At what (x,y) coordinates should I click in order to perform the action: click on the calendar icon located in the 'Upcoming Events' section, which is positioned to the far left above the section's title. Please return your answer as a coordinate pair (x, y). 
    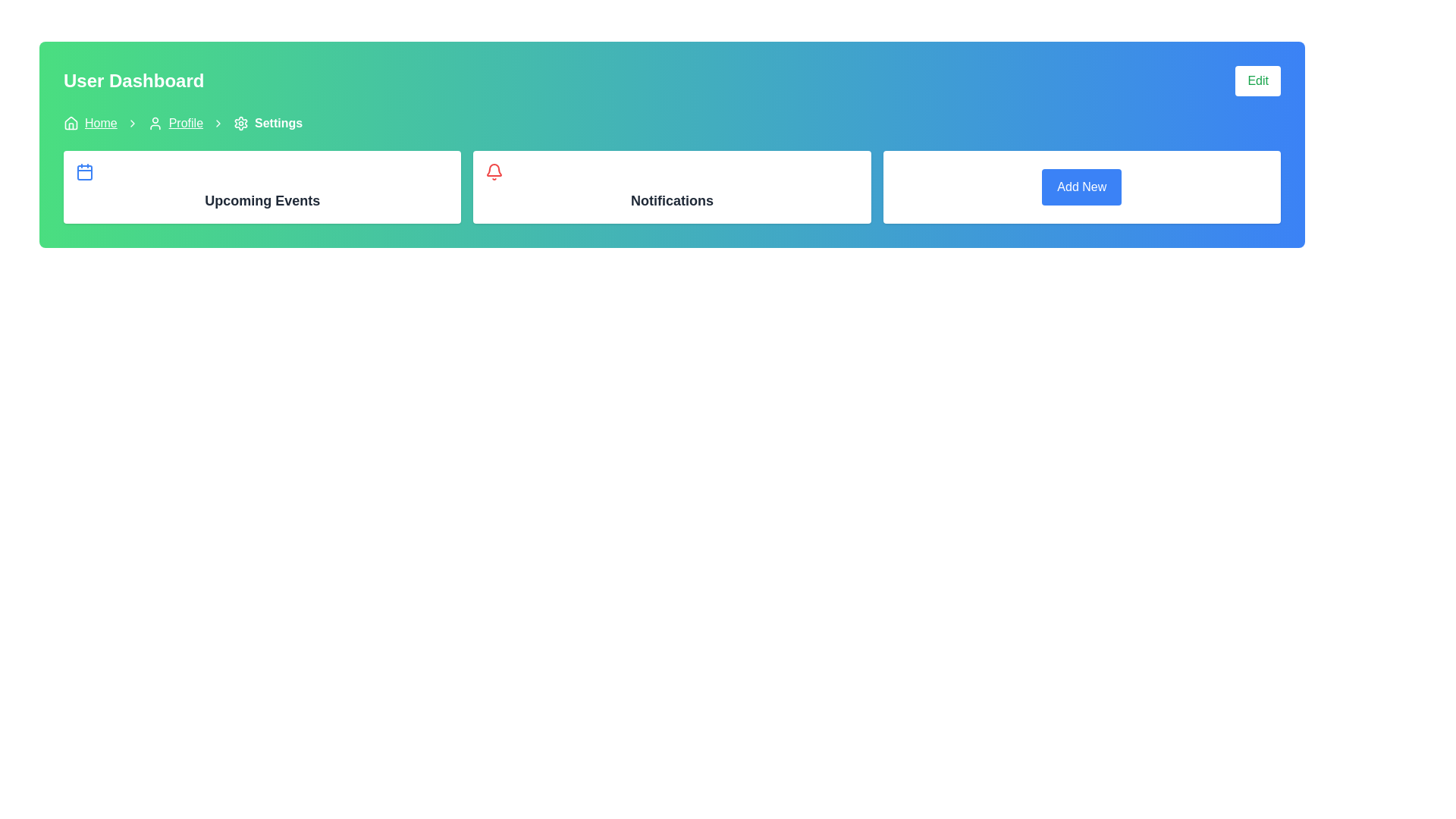
    Looking at the image, I should click on (83, 171).